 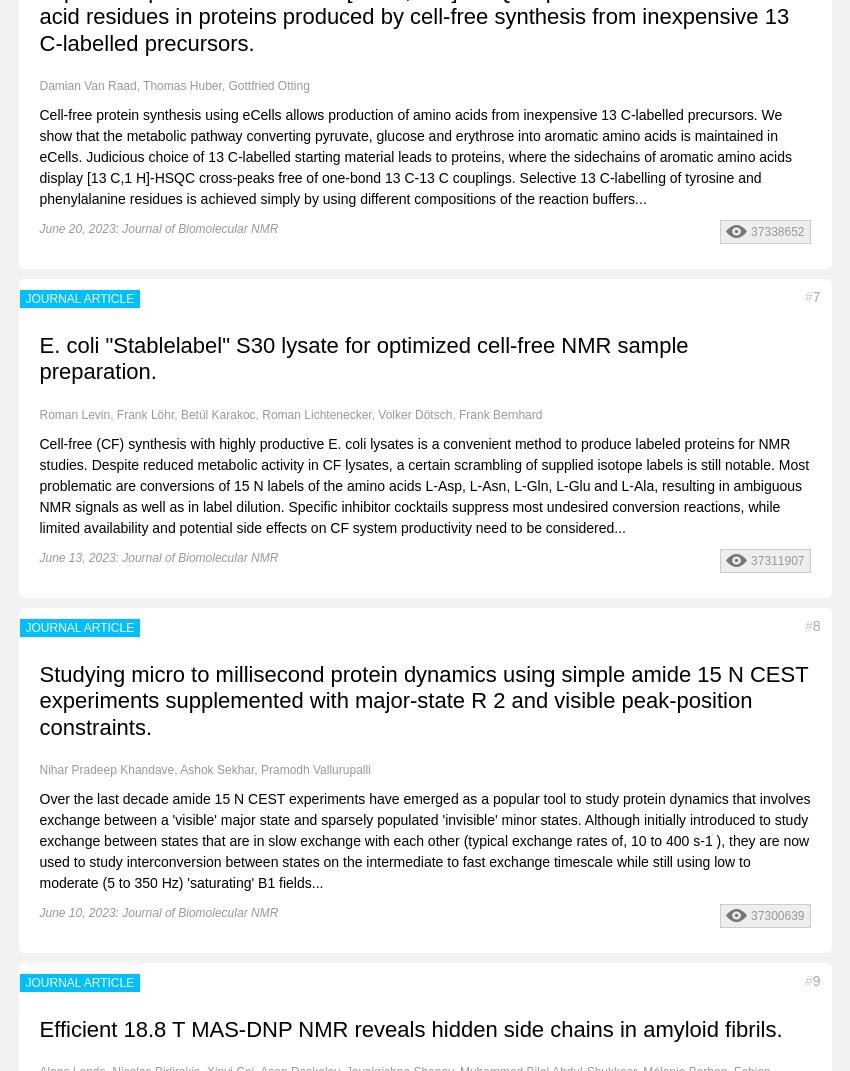 I want to click on 'Studying micro to millisecond protein dynamics using simple amide 15 N CEST experiments supplemented with major-state R 2 and visible peak-position constraints.', so click(x=38, y=700).